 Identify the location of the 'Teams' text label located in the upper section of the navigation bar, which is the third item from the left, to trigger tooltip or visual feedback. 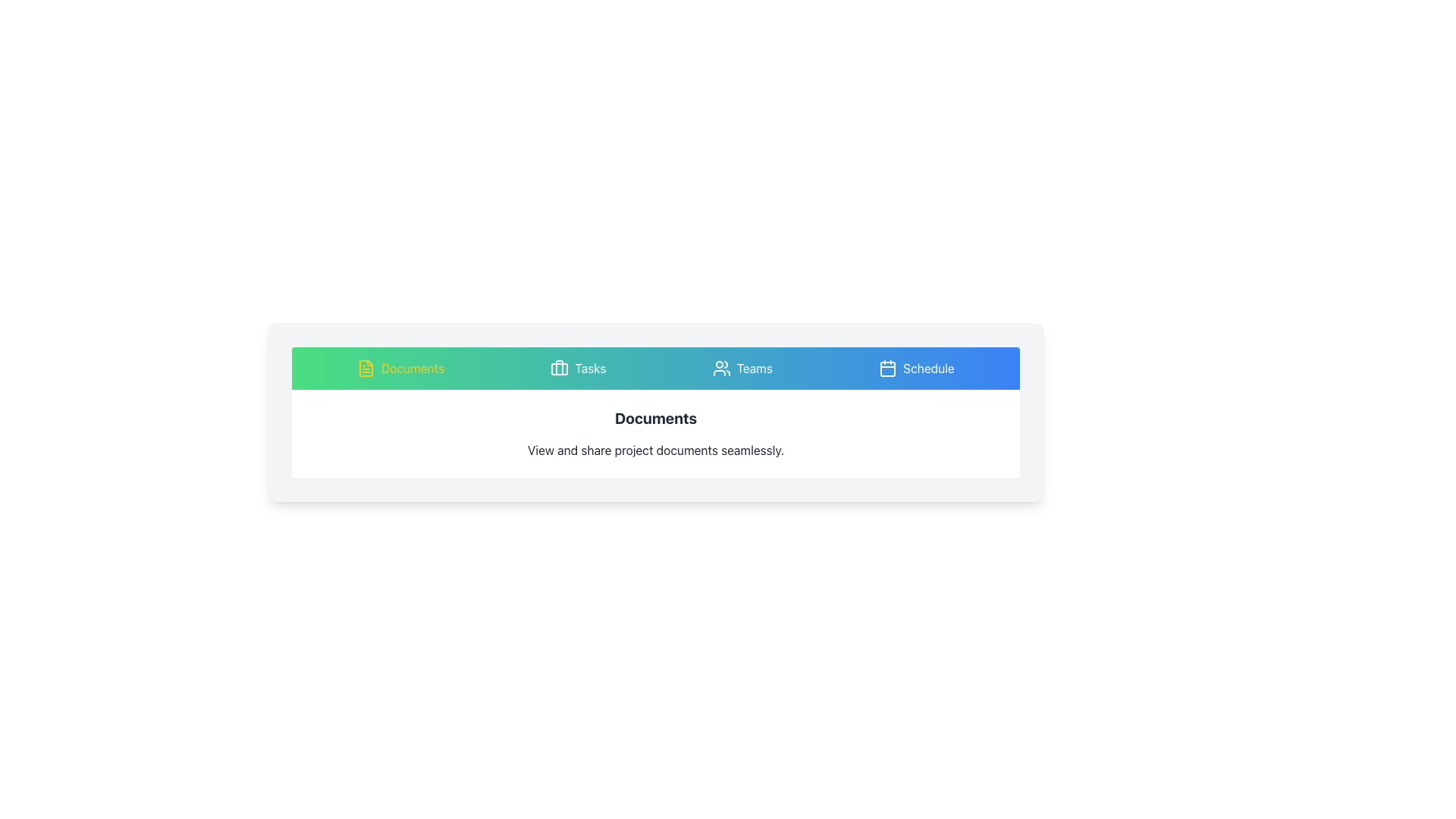
(755, 369).